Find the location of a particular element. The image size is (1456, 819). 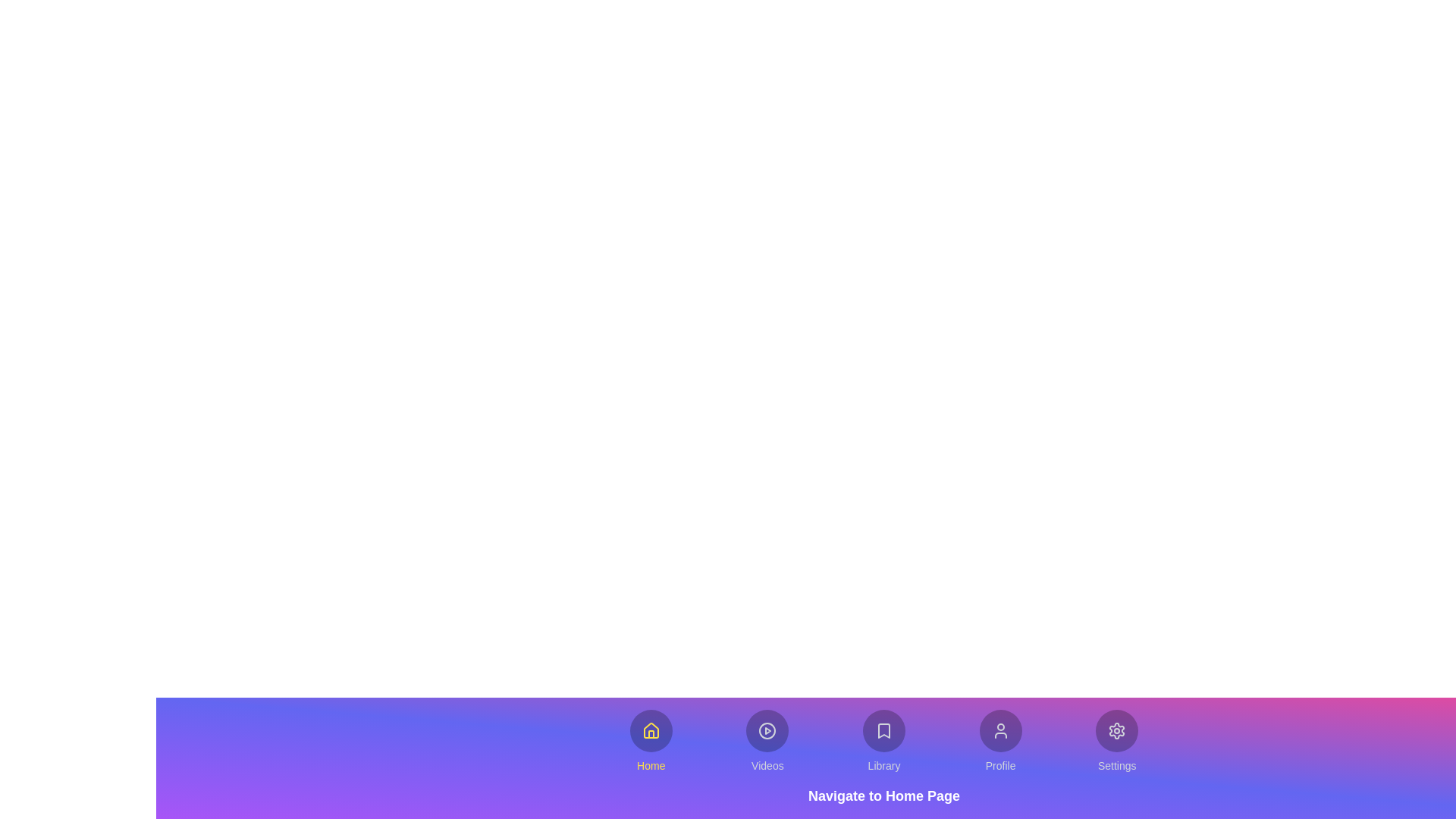

the button labeled Settings to explore its hover effects is located at coordinates (1117, 741).